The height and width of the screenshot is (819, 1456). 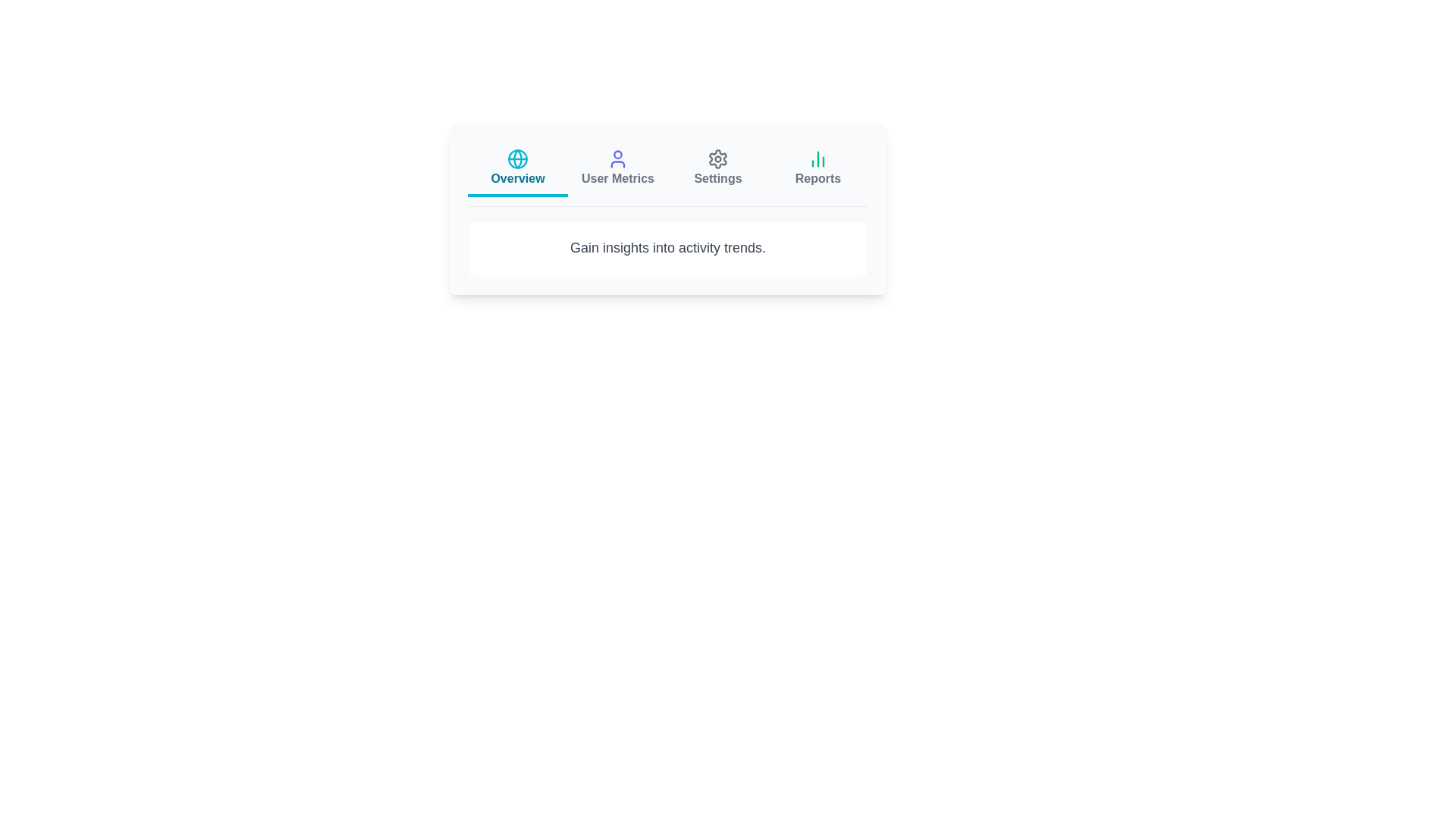 I want to click on the tab labeled Reports, so click(x=817, y=169).